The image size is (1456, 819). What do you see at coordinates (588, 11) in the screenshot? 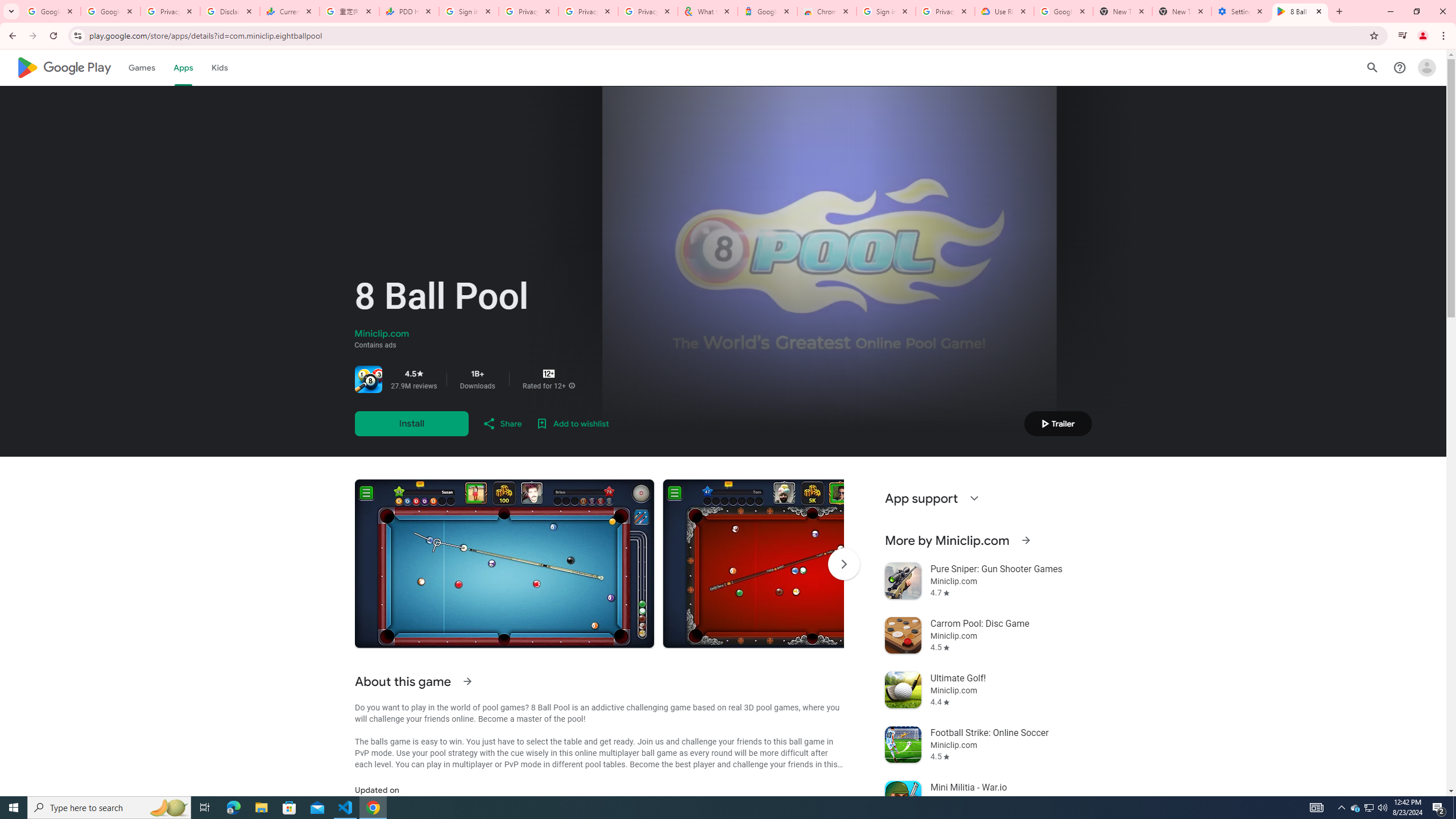
I see `'Privacy Checkup'` at bounding box center [588, 11].